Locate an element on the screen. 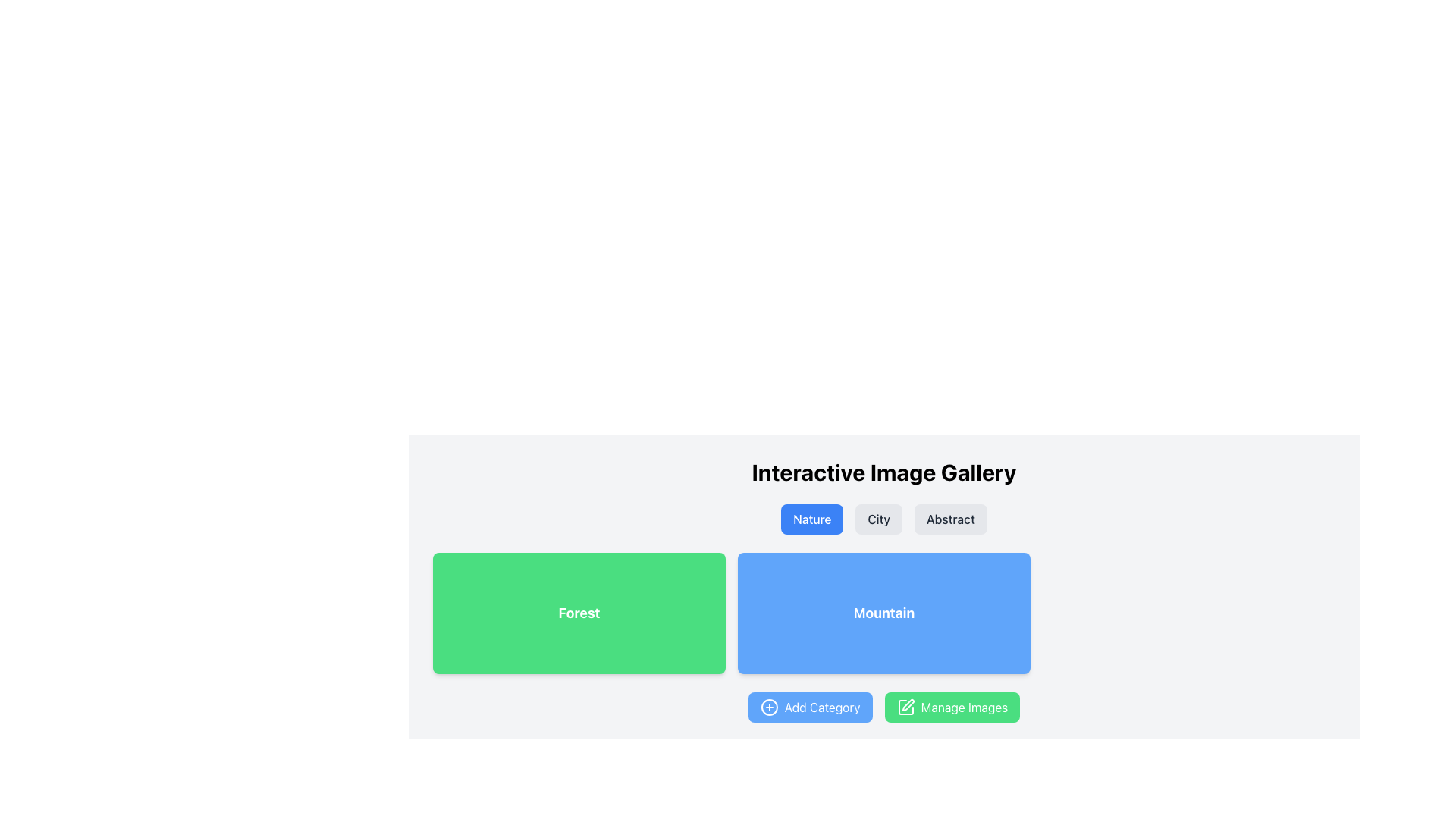  the rectangular interactive button with a light green background and white bold text that reads 'Forest' is located at coordinates (578, 613).